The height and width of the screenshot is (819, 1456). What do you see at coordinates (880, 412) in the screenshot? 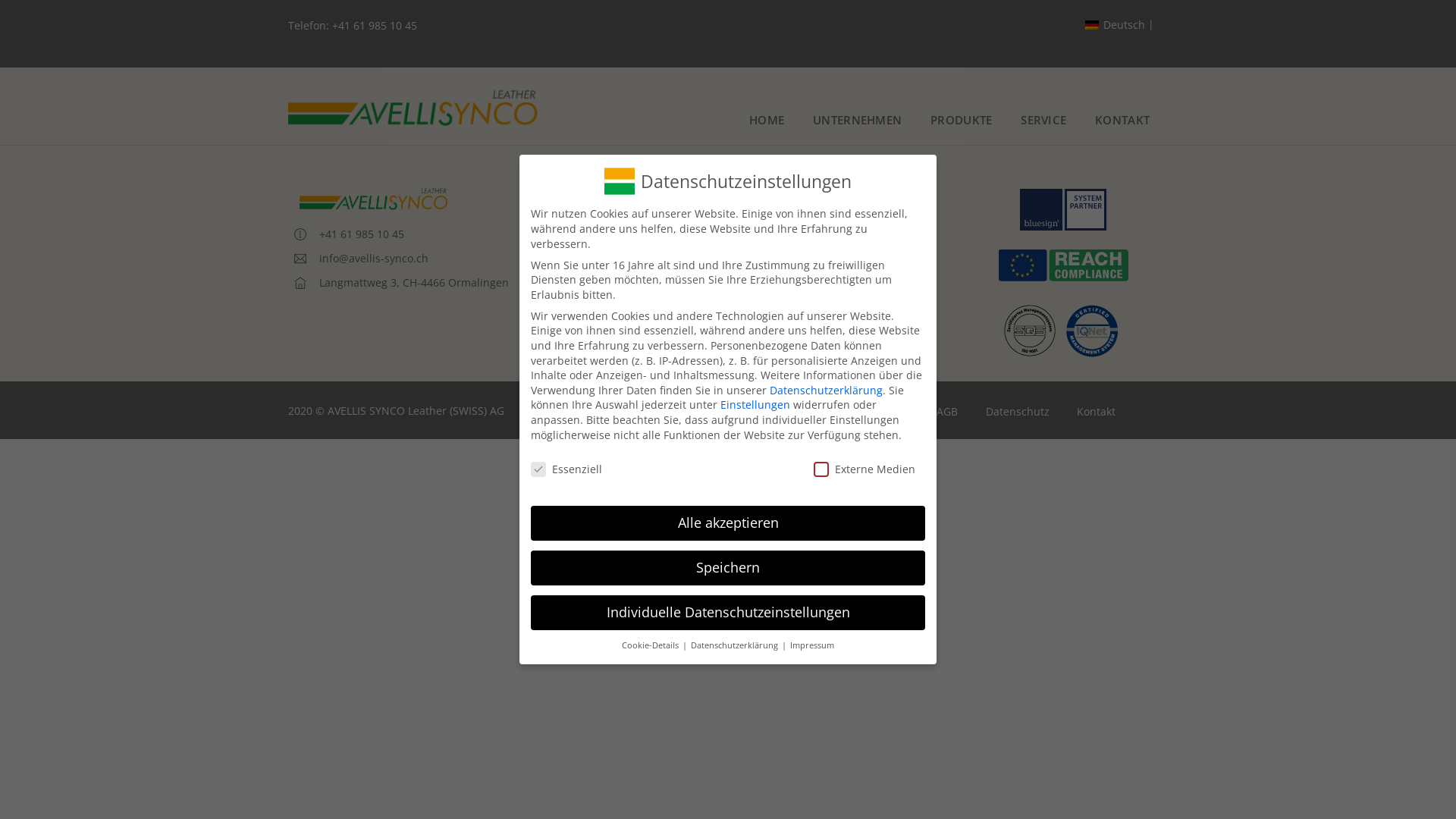
I see `'Impressum'` at bounding box center [880, 412].